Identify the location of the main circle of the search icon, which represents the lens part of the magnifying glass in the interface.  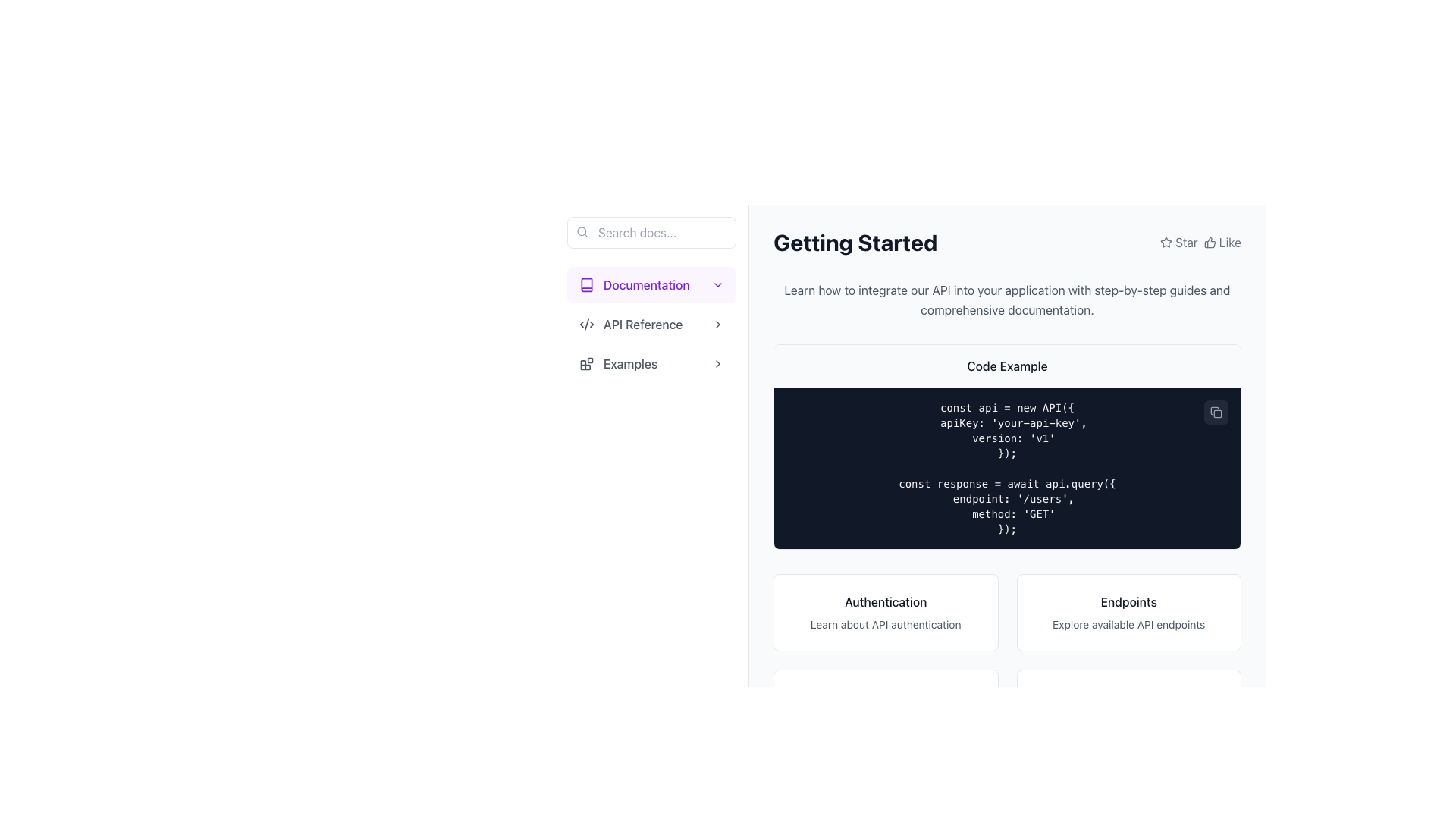
(581, 231).